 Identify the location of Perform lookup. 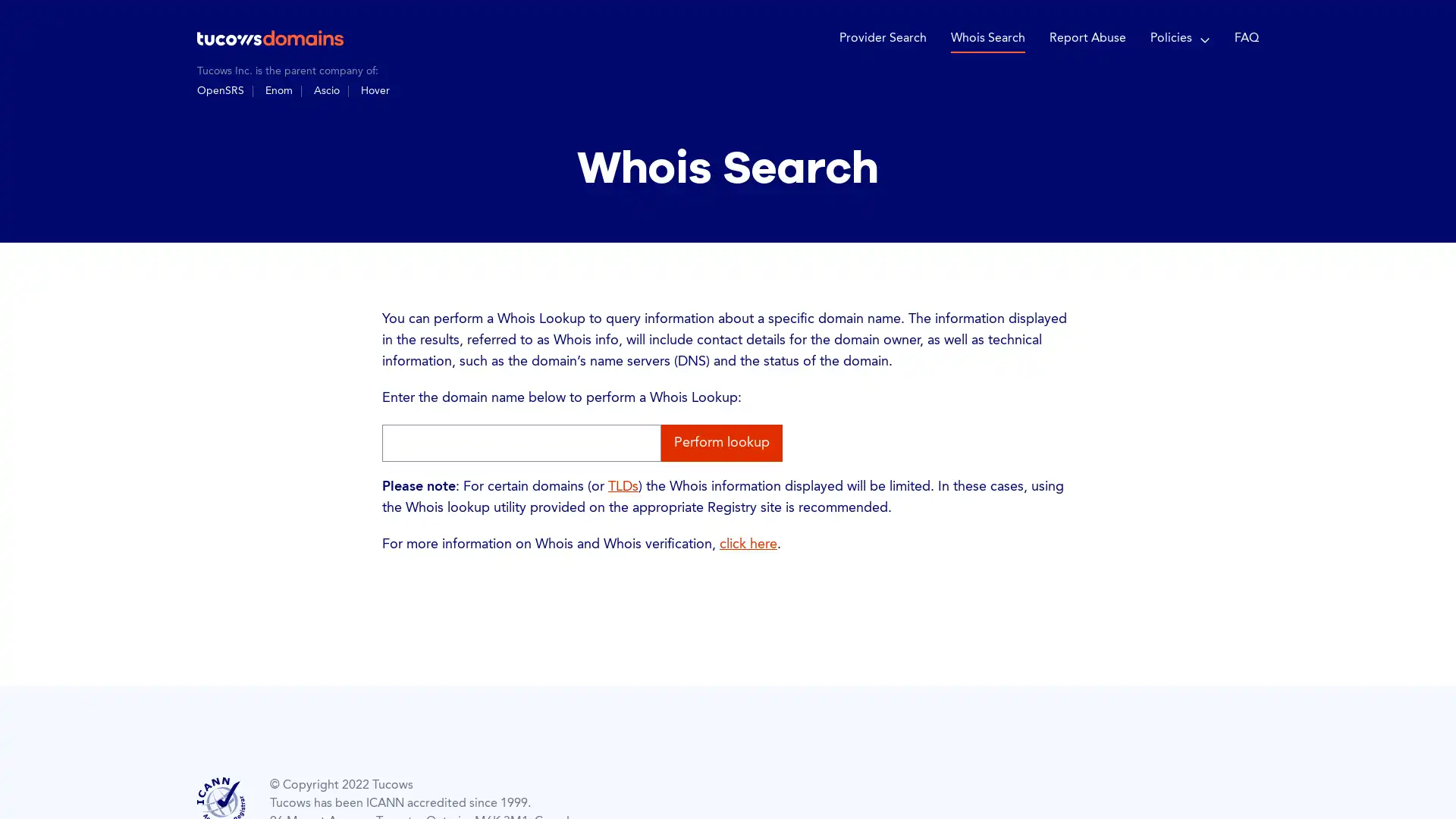
(720, 442).